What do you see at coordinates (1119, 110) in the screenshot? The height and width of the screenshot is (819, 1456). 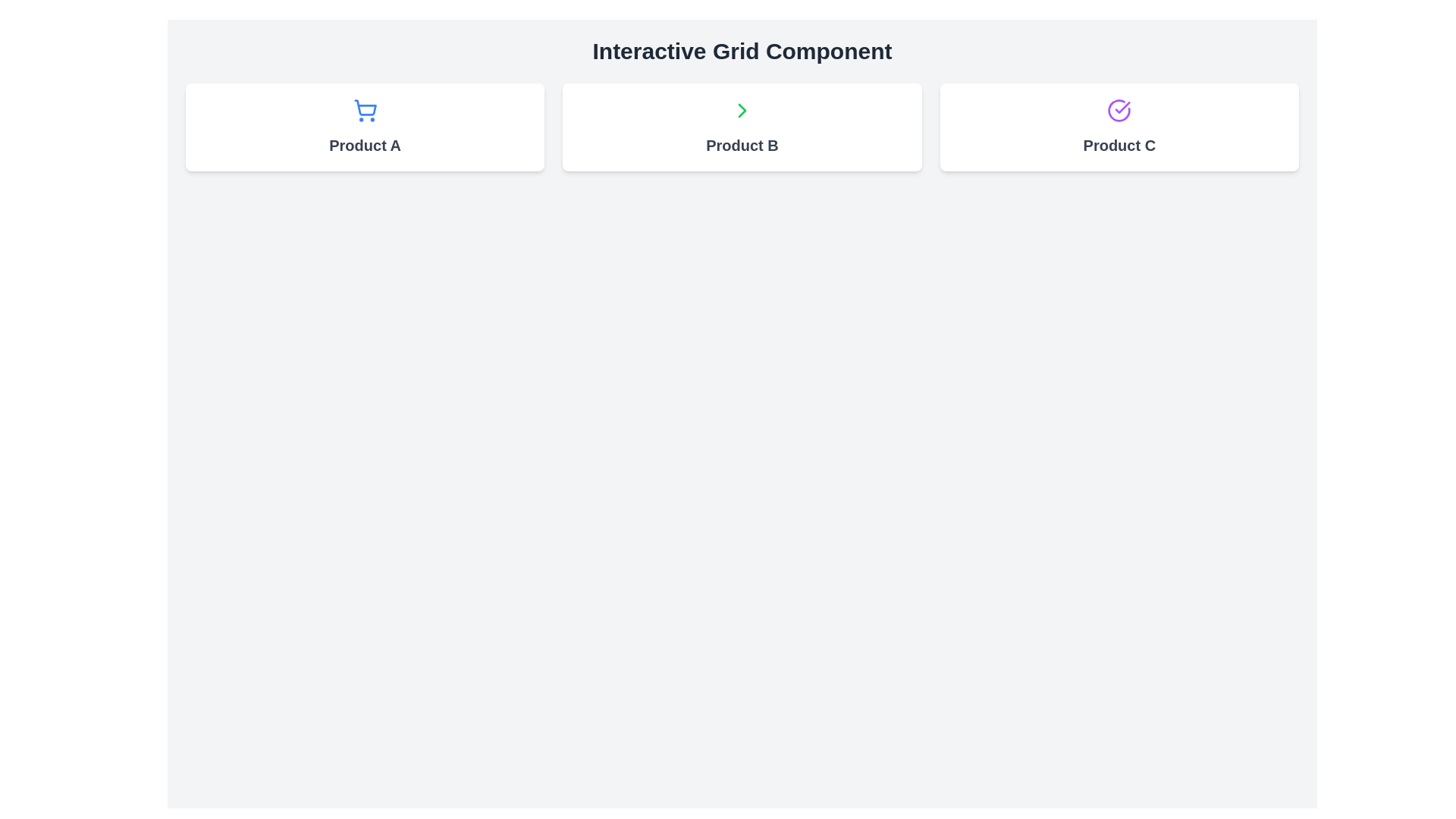 I see `the purple circular icon with a checkmark inside it, which is located in the rightmost card labeled 'Product C'` at bounding box center [1119, 110].